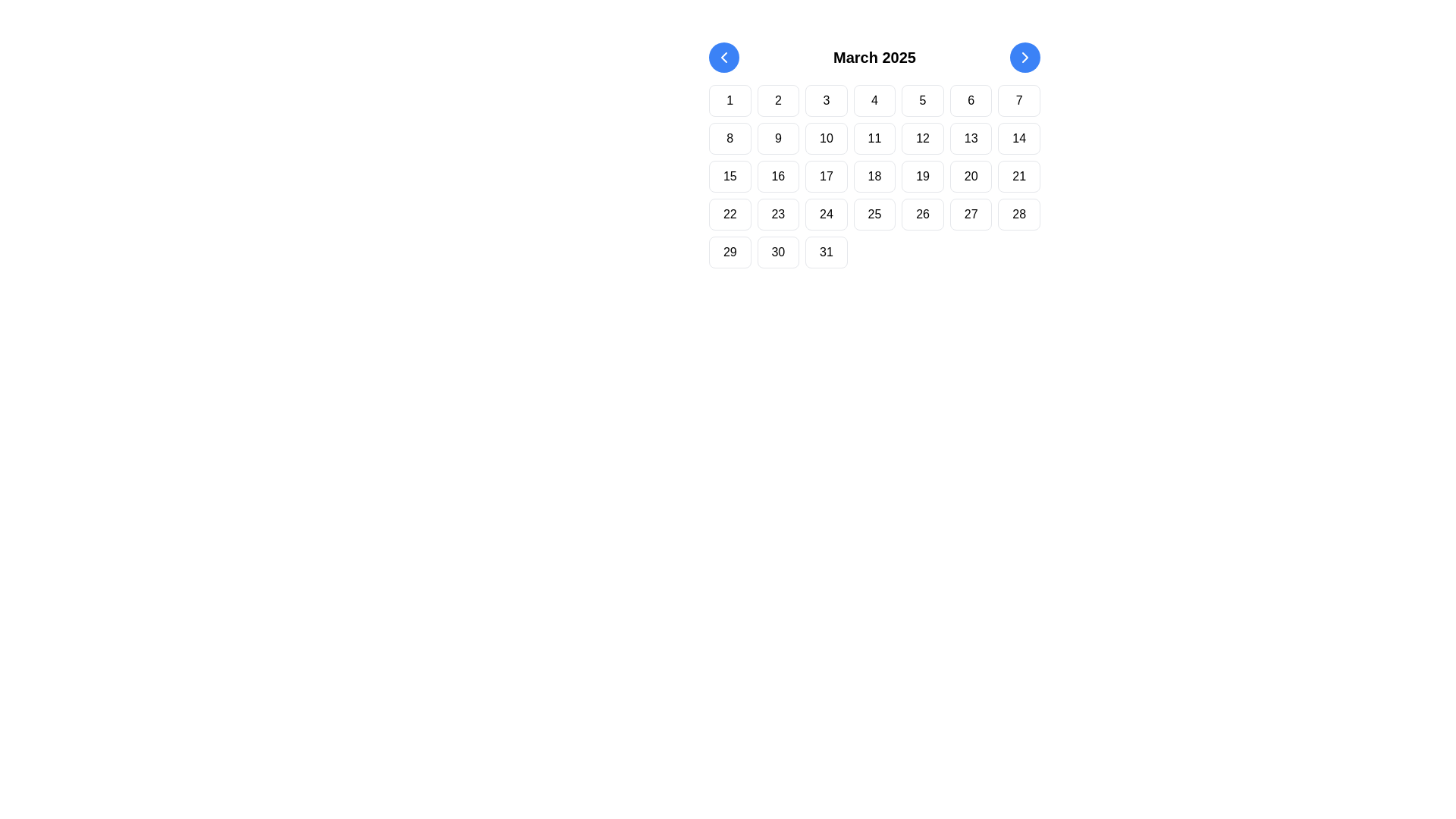 This screenshot has height=819, width=1456. I want to click on any cell of the centrally located grid layout component that spans horizontally across the interface, so click(874, 175).